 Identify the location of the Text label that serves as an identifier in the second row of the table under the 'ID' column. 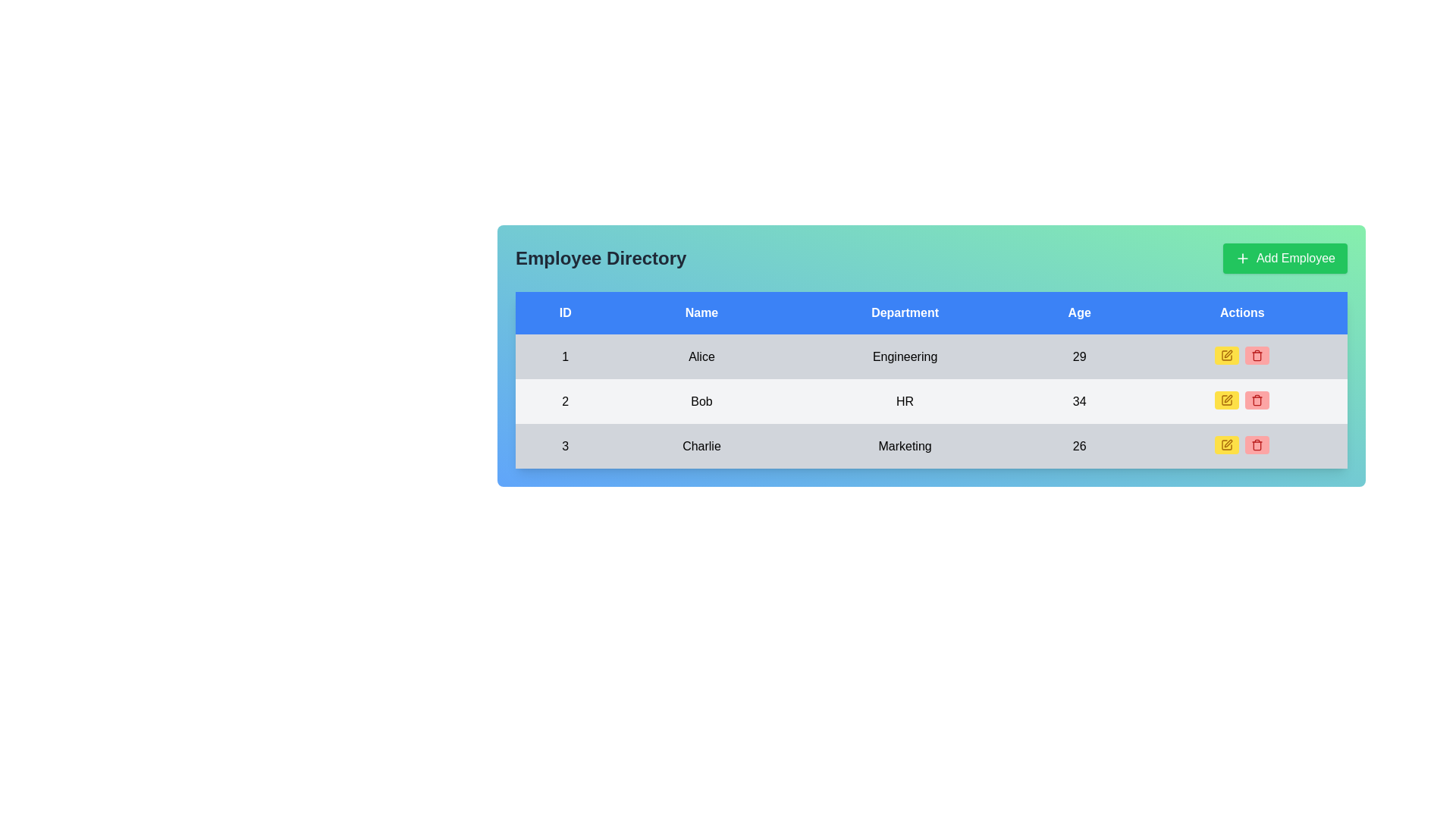
(564, 400).